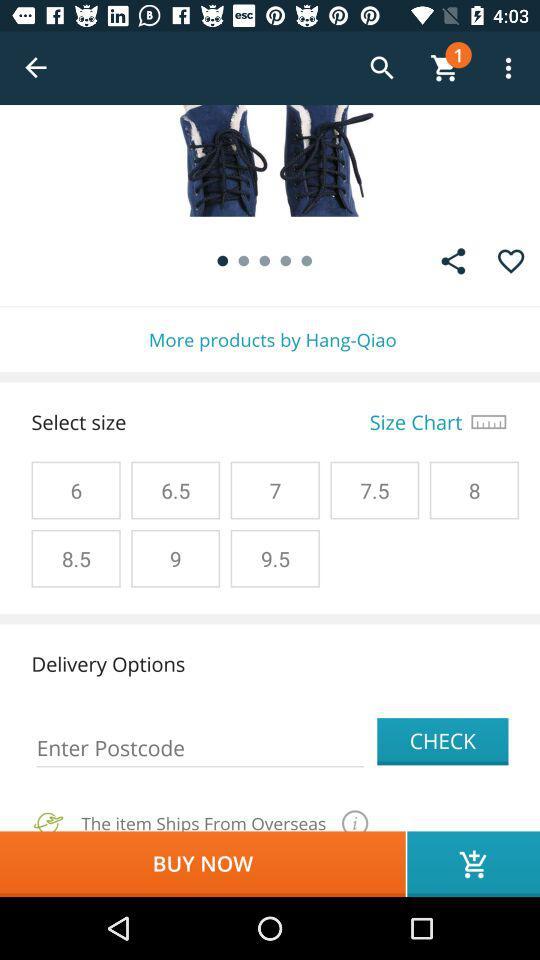 This screenshot has width=540, height=960. What do you see at coordinates (48, 818) in the screenshot?
I see `the logo at left corner bottom left to the item ships from overseas` at bounding box center [48, 818].